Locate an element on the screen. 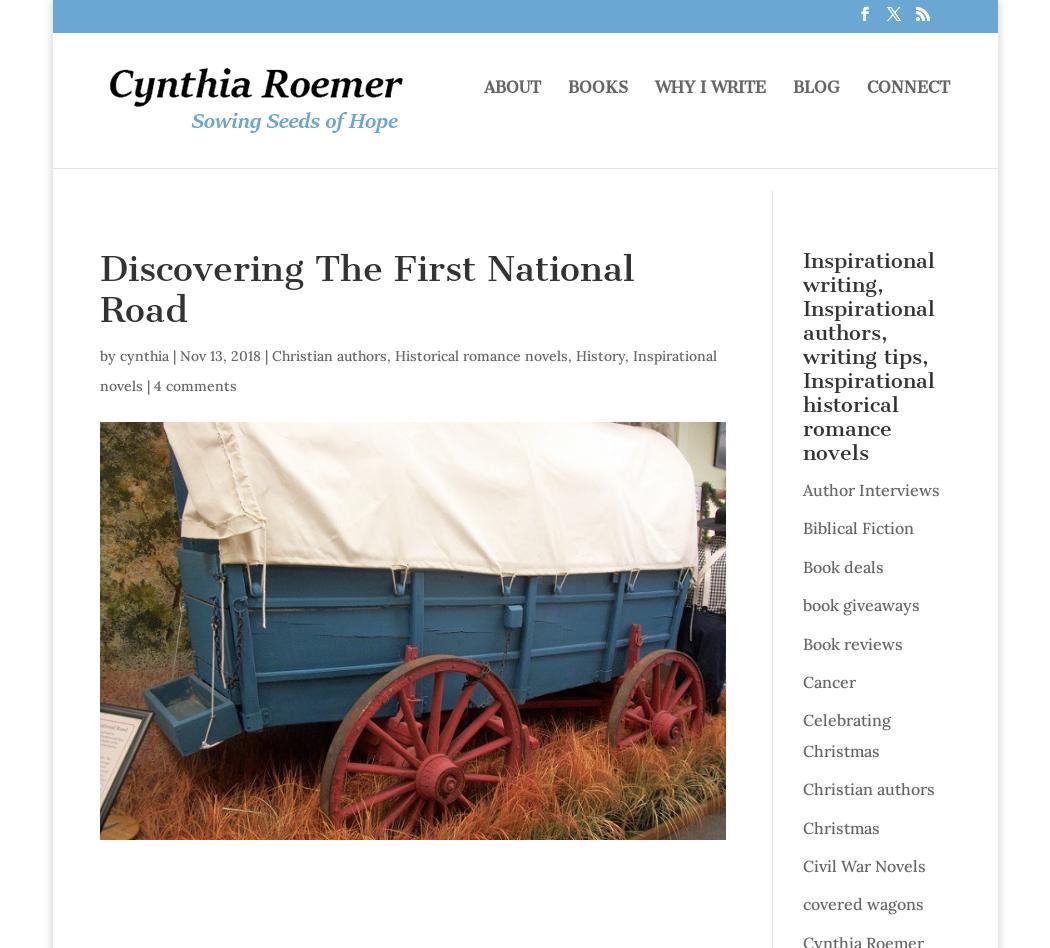 The height and width of the screenshot is (948, 1050). 'Author Interviews' is located at coordinates (800, 490).